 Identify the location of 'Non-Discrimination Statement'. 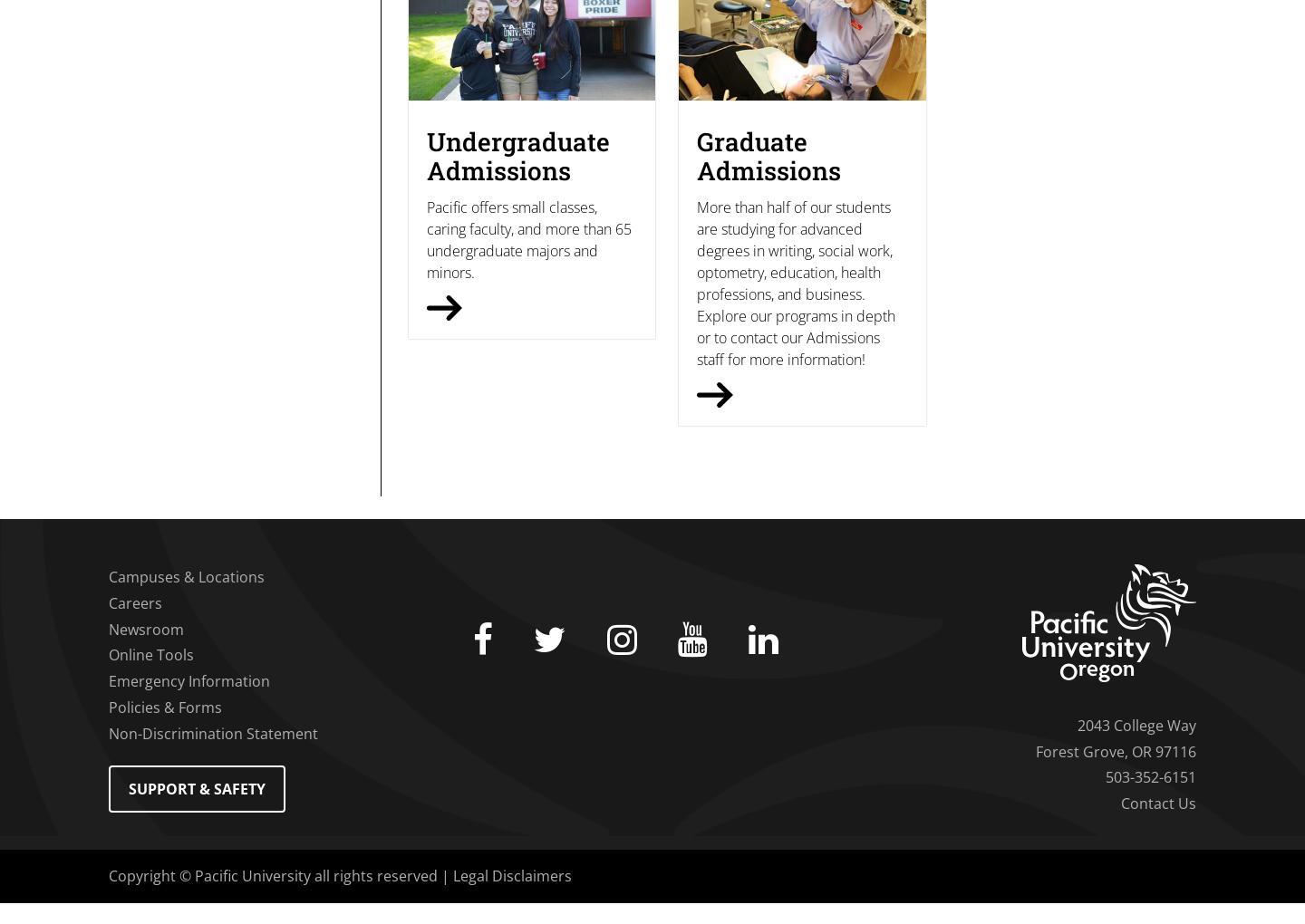
(213, 732).